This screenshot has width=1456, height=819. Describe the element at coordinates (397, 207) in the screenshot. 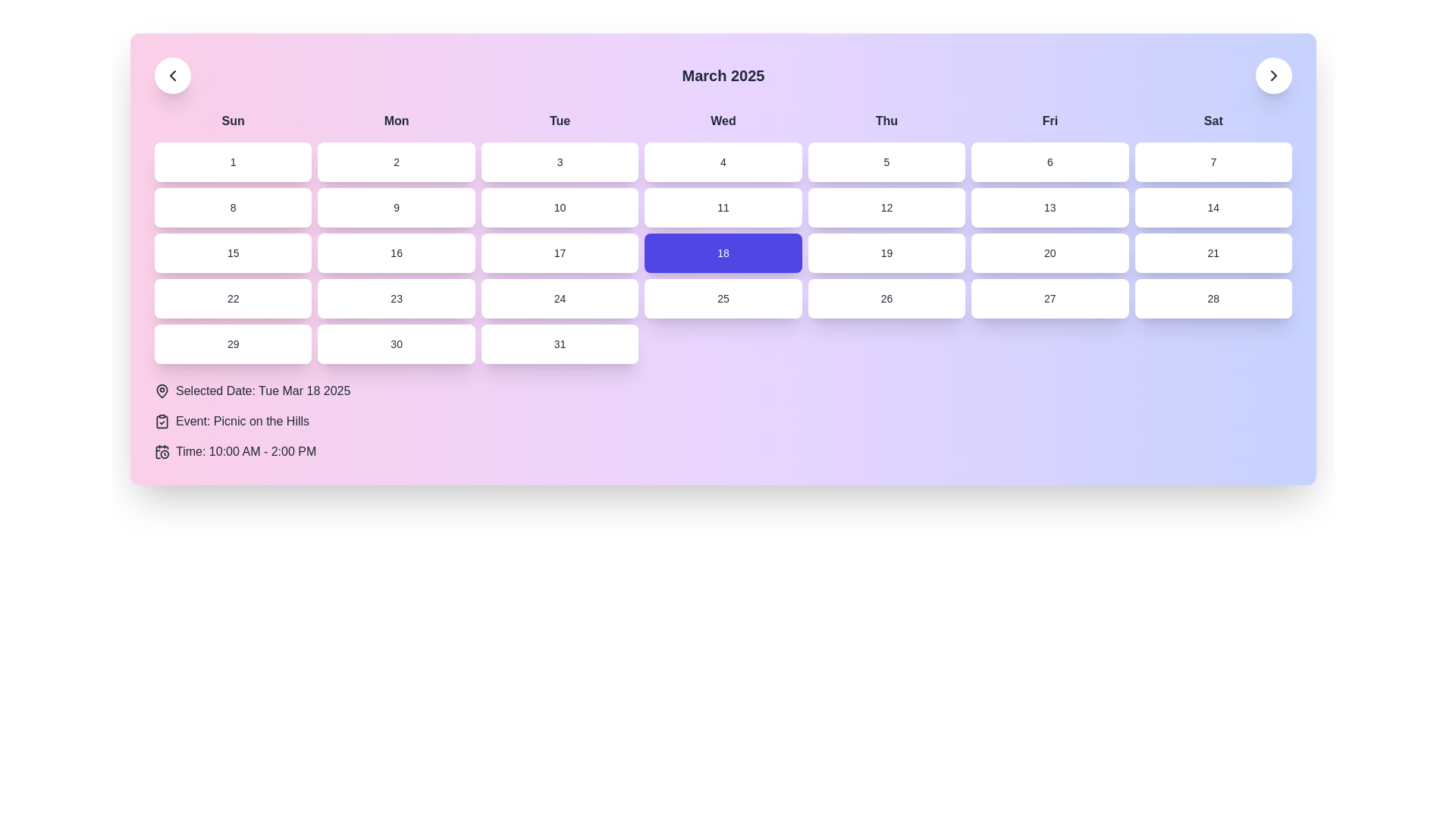

I see `the interactive calendar day button representing the 9th of the month, located in the second row of the calendar grid` at that location.